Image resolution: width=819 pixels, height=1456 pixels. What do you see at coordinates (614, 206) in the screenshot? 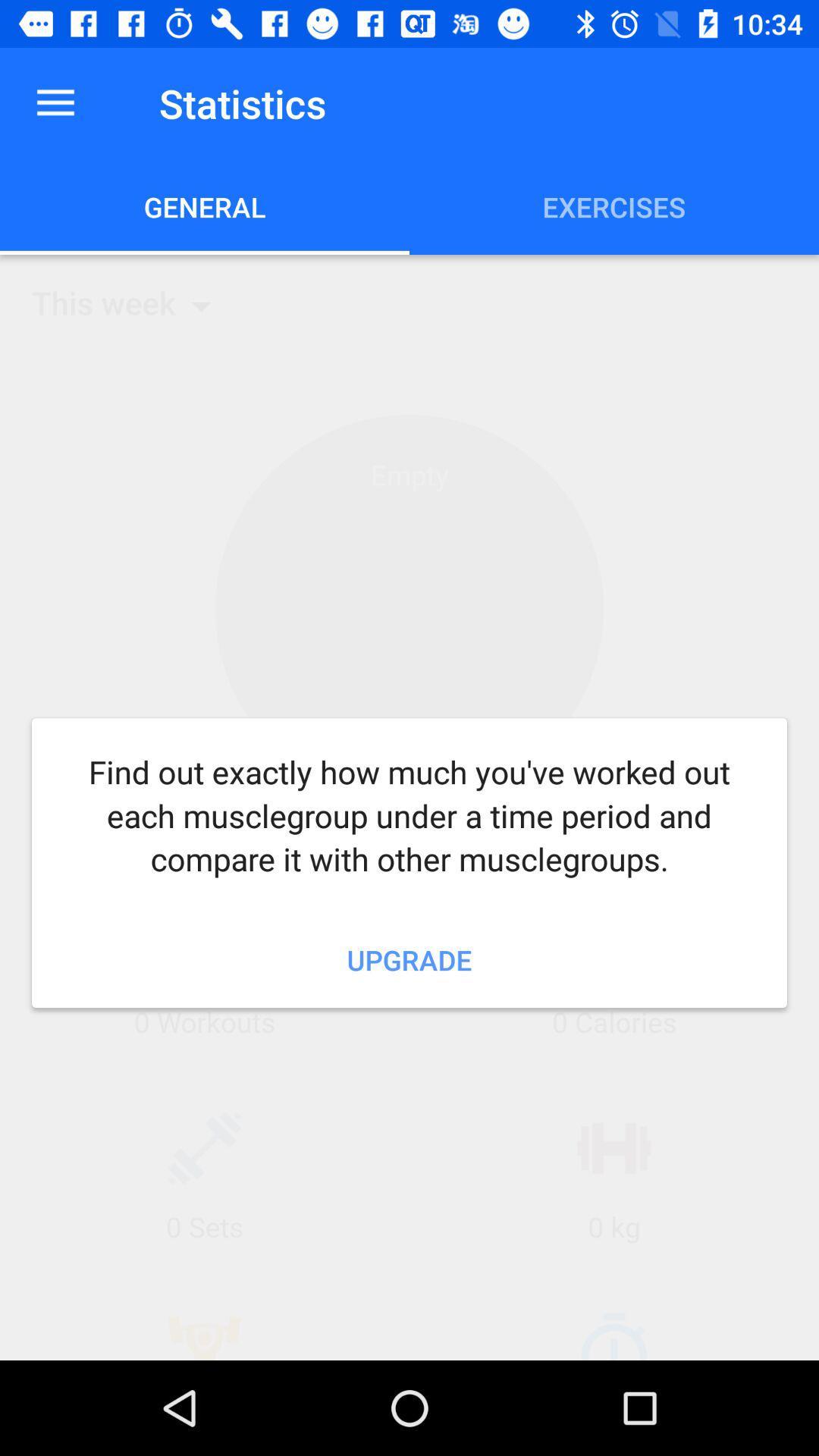
I see `the exercises icon` at bounding box center [614, 206].